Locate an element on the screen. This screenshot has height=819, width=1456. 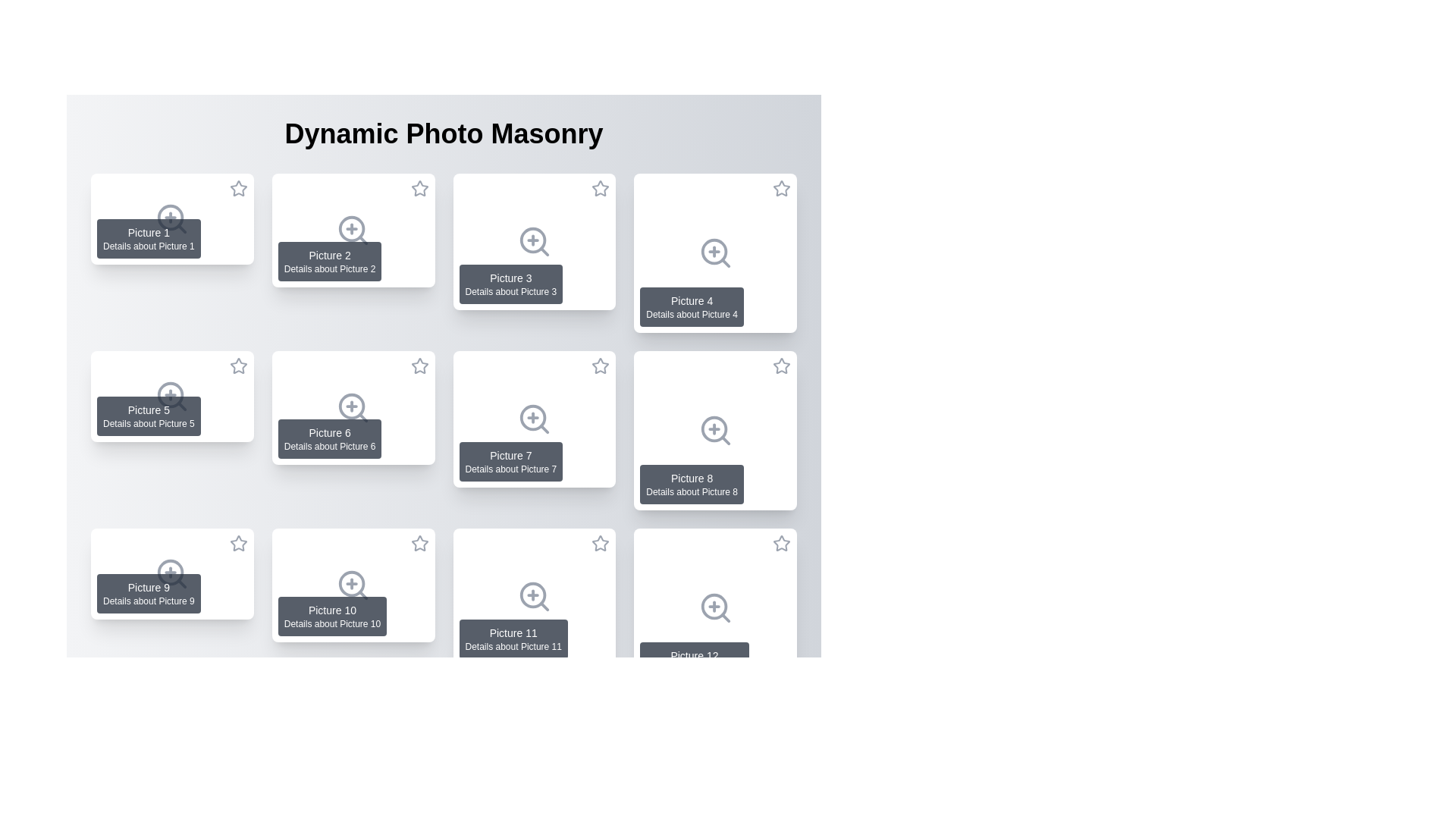
the circular icon with a plus sign, which is located at the lower center of the image card labeled 'Picture 10' is located at coordinates (351, 583).